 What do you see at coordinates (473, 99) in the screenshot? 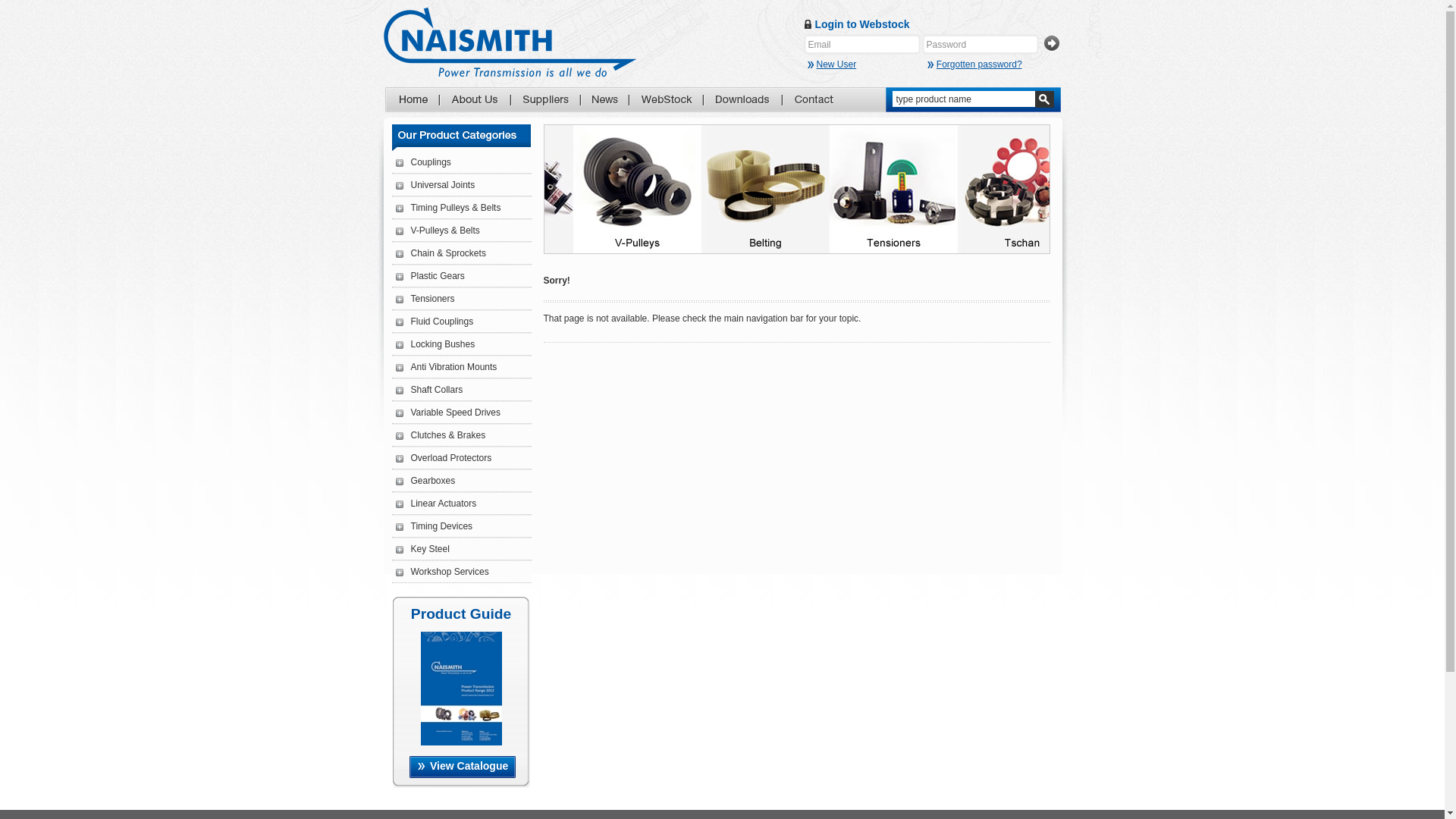
I see `'About us'` at bounding box center [473, 99].